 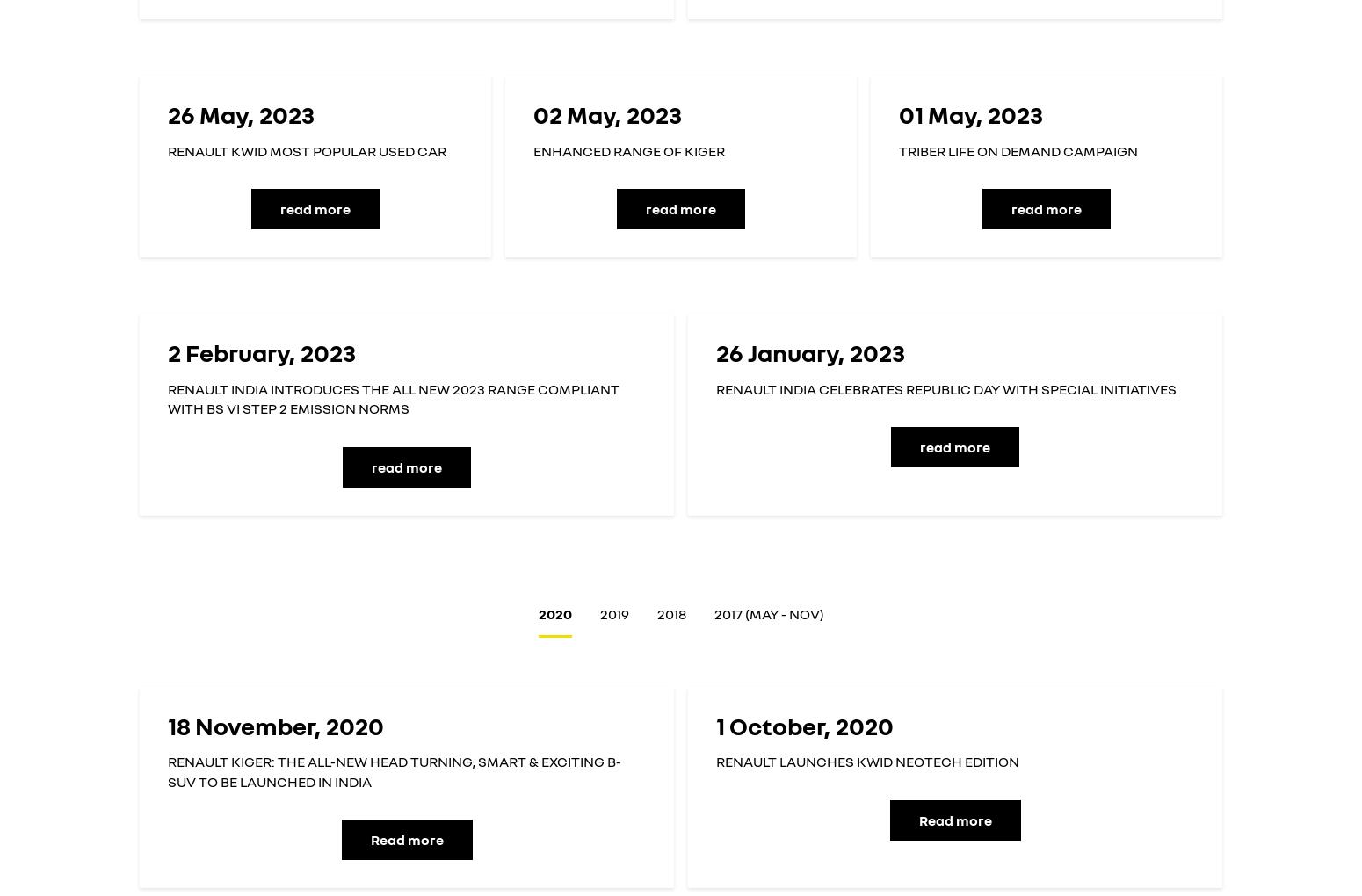 What do you see at coordinates (606, 114) in the screenshot?
I see `'02 May, 2023'` at bounding box center [606, 114].